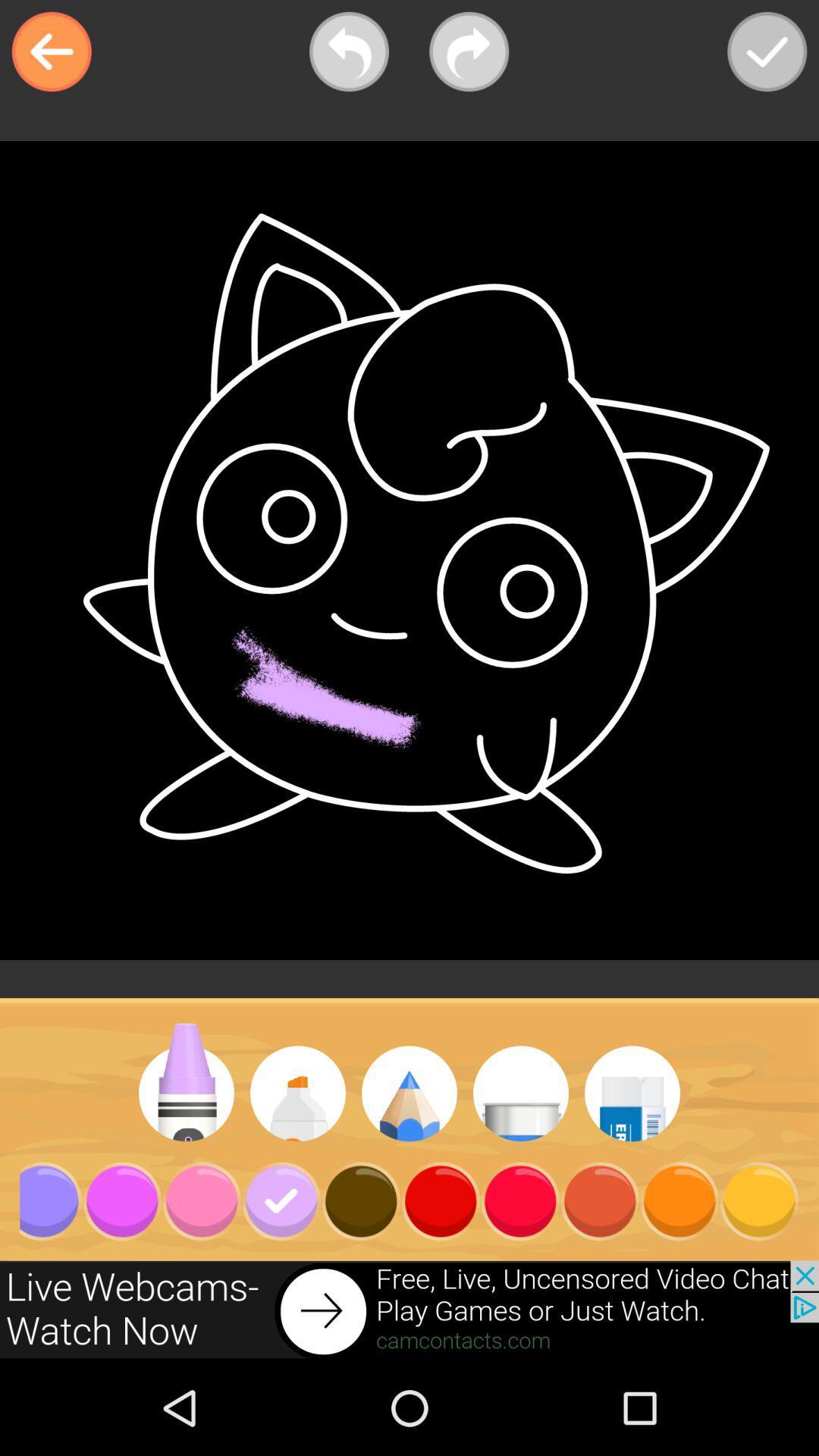 This screenshot has width=819, height=1456. Describe the element at coordinates (767, 52) in the screenshot. I see `check option` at that location.